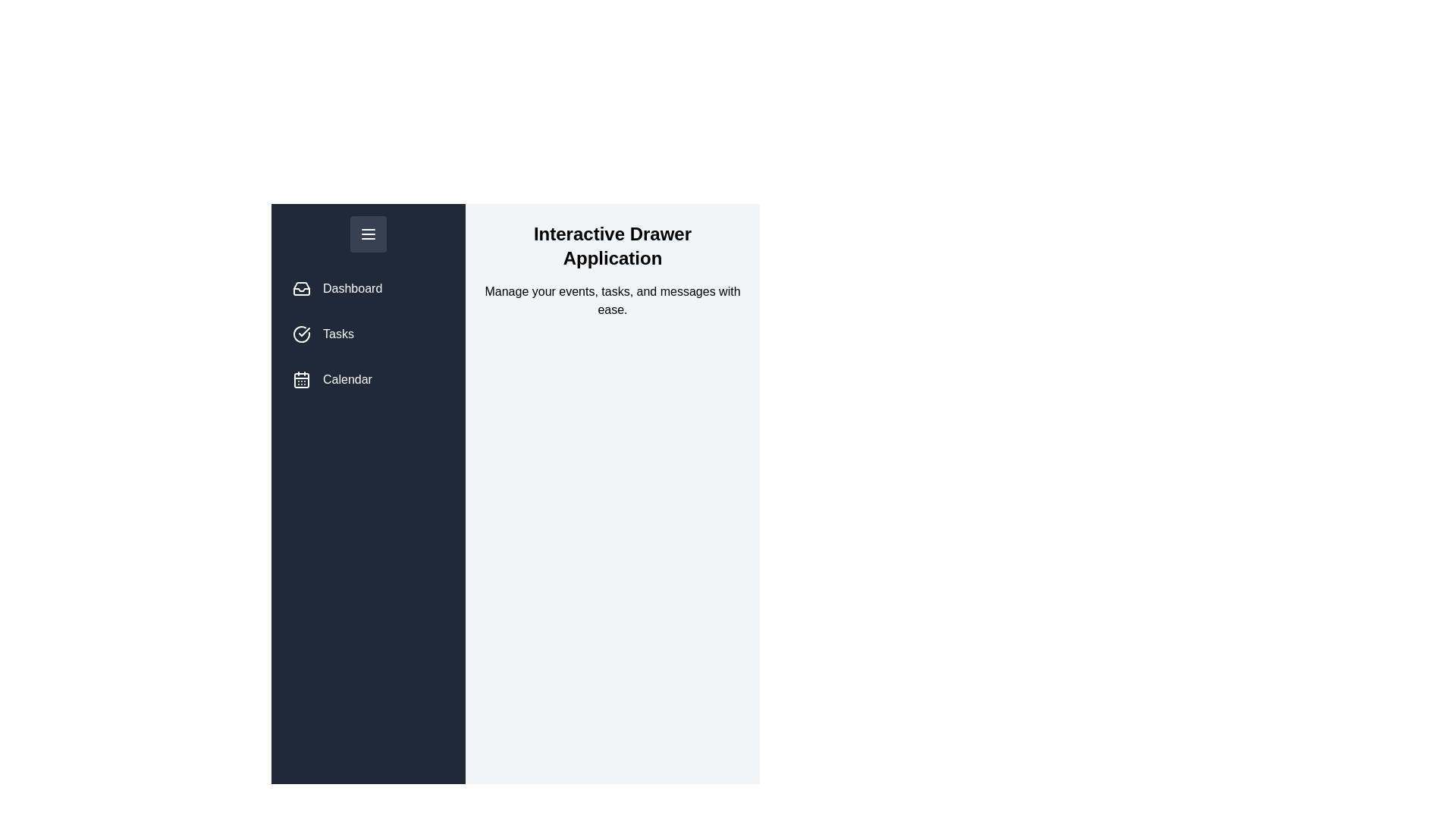  What do you see at coordinates (368, 234) in the screenshot?
I see `the icon button located in the top-left corner of the sidebar` at bounding box center [368, 234].